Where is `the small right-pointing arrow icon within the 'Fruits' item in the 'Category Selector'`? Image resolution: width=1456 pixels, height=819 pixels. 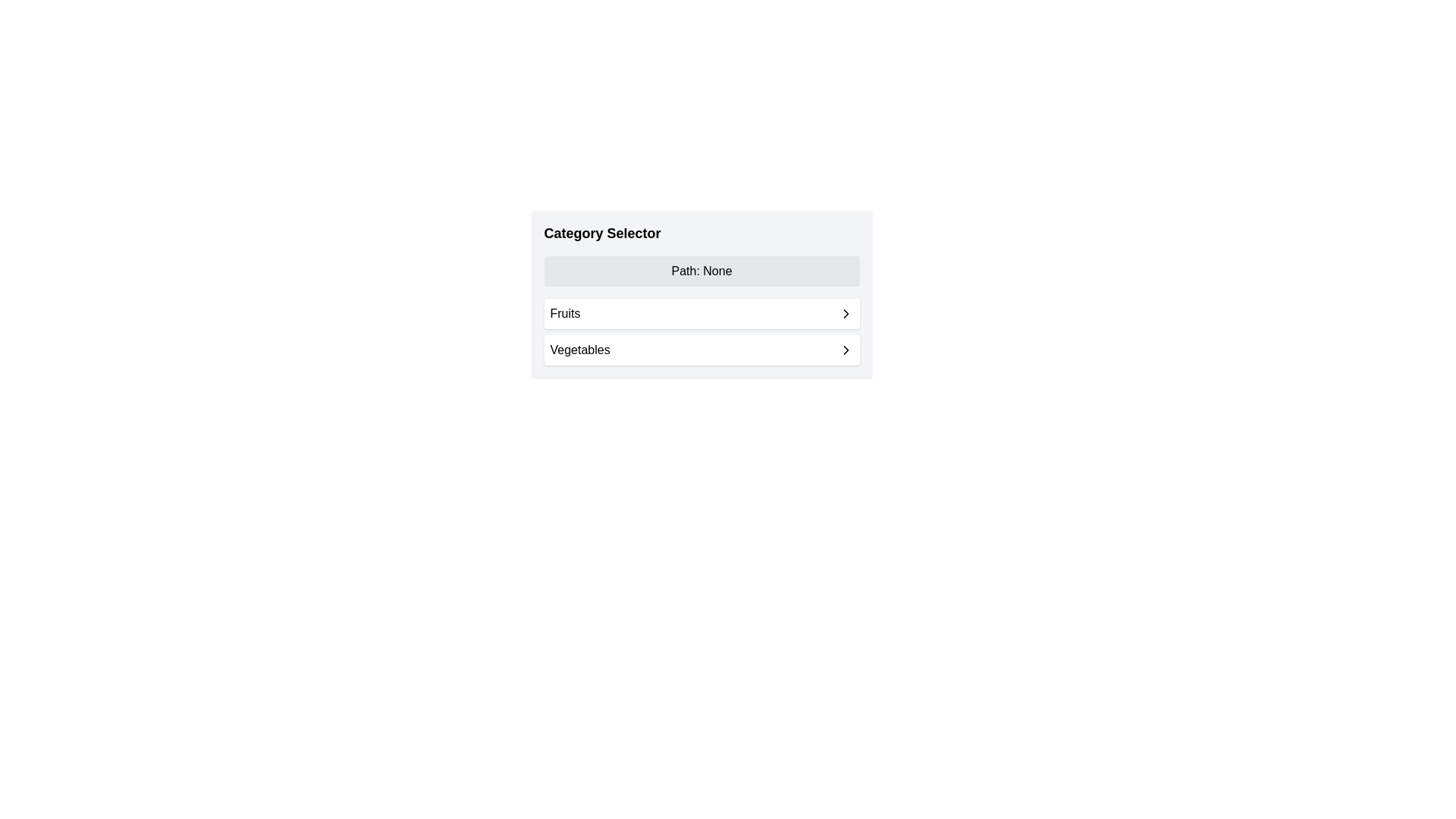
the small right-pointing arrow icon within the 'Fruits' item in the 'Category Selector' is located at coordinates (845, 312).